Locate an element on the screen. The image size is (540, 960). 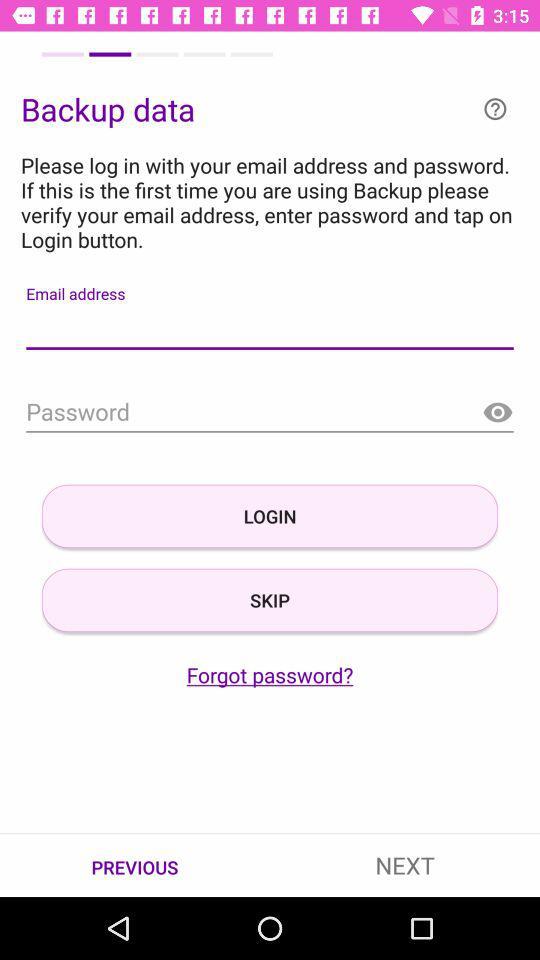
more information is located at coordinates (494, 109).